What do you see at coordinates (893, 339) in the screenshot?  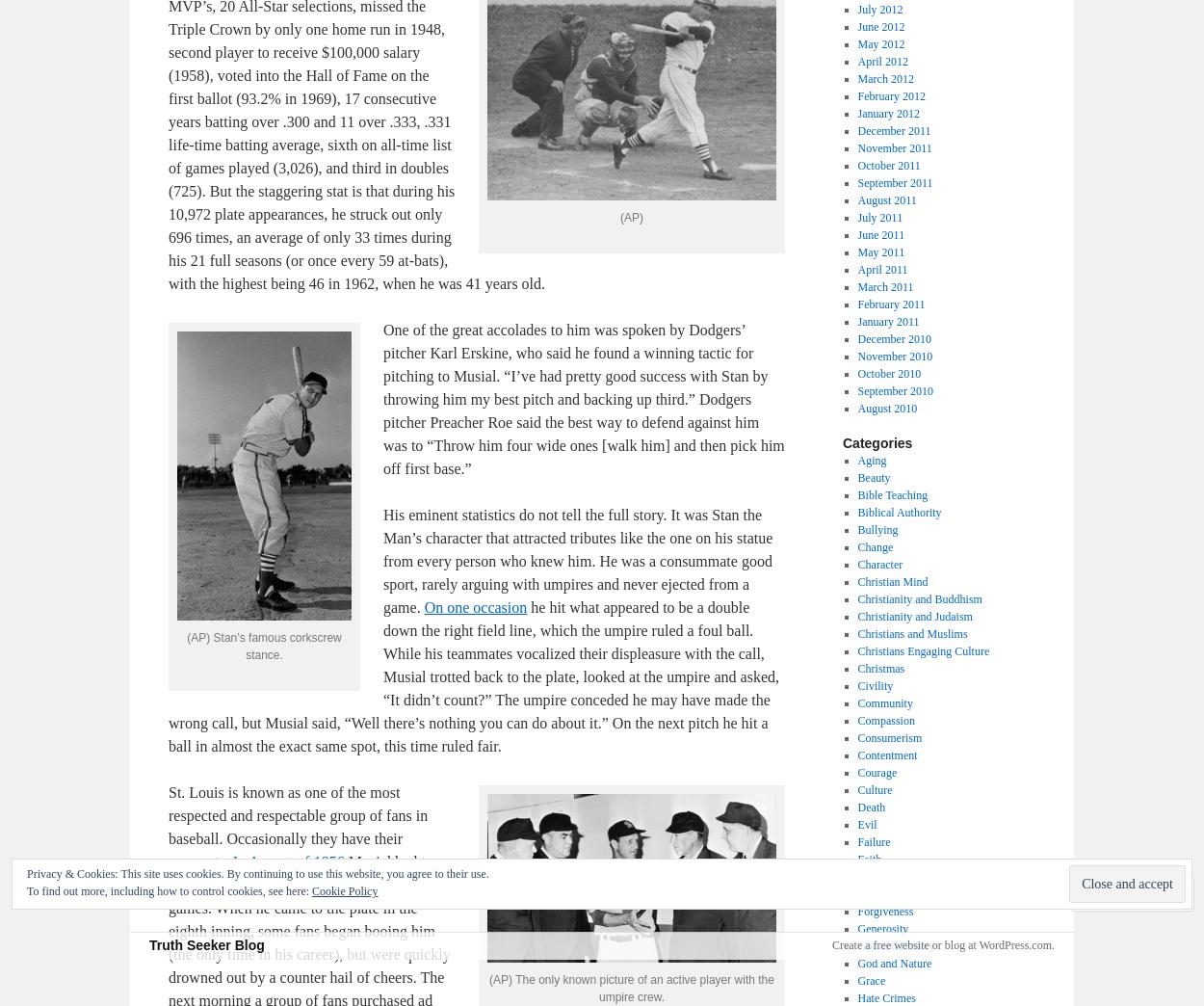 I see `'December 2010'` at bounding box center [893, 339].